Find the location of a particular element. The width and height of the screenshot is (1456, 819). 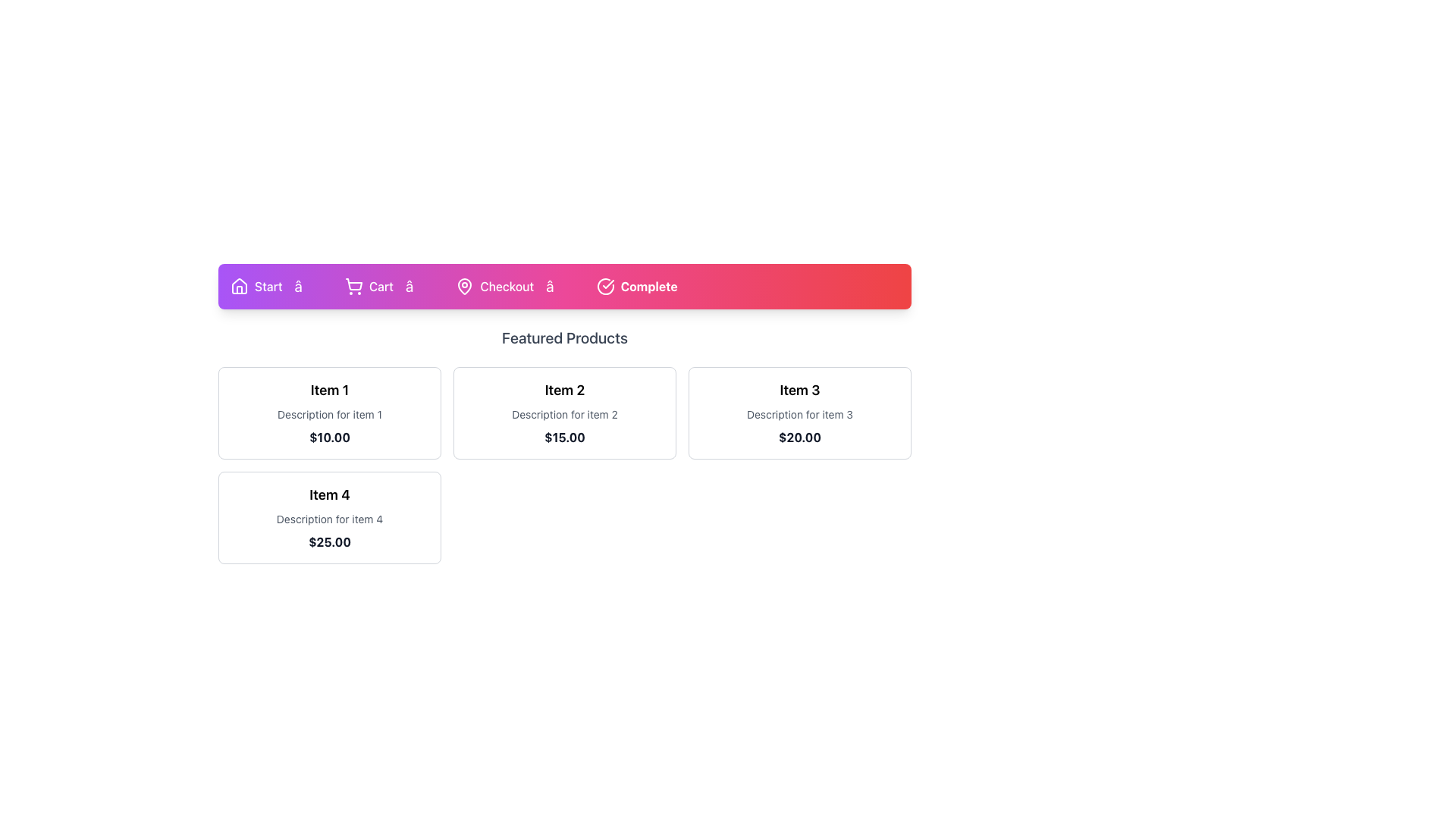

the rightward arrow symbol 'â→', which is the second navigation separator in the sequence located at the top center of the interface is located at coordinates (312, 287).